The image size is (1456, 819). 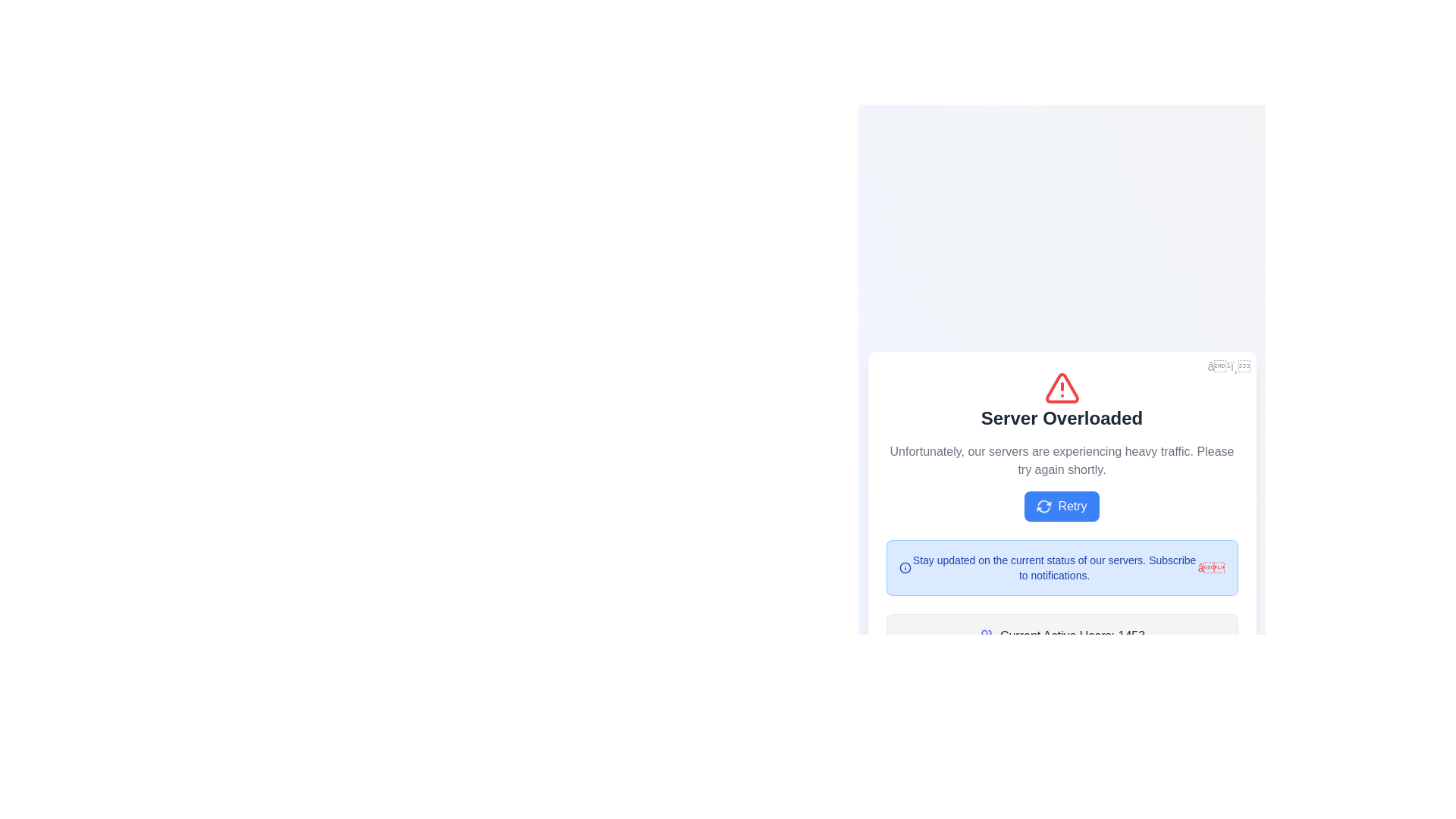 I want to click on the SVG Circle icon that represents part of an information or alert icon, located in the central area of the UI panel, so click(x=905, y=567).